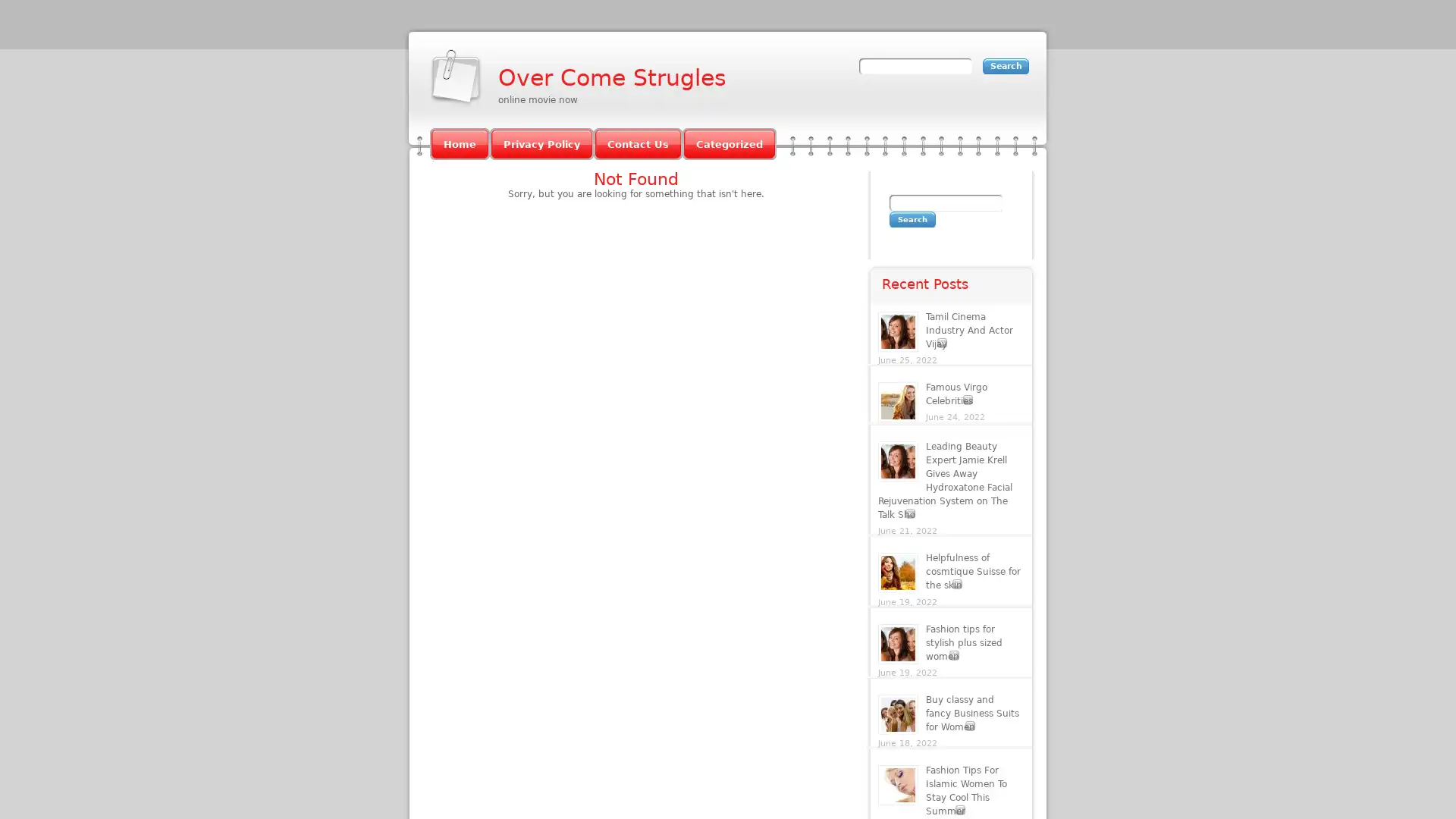 The image size is (1456, 819). I want to click on Search, so click(1006, 65).